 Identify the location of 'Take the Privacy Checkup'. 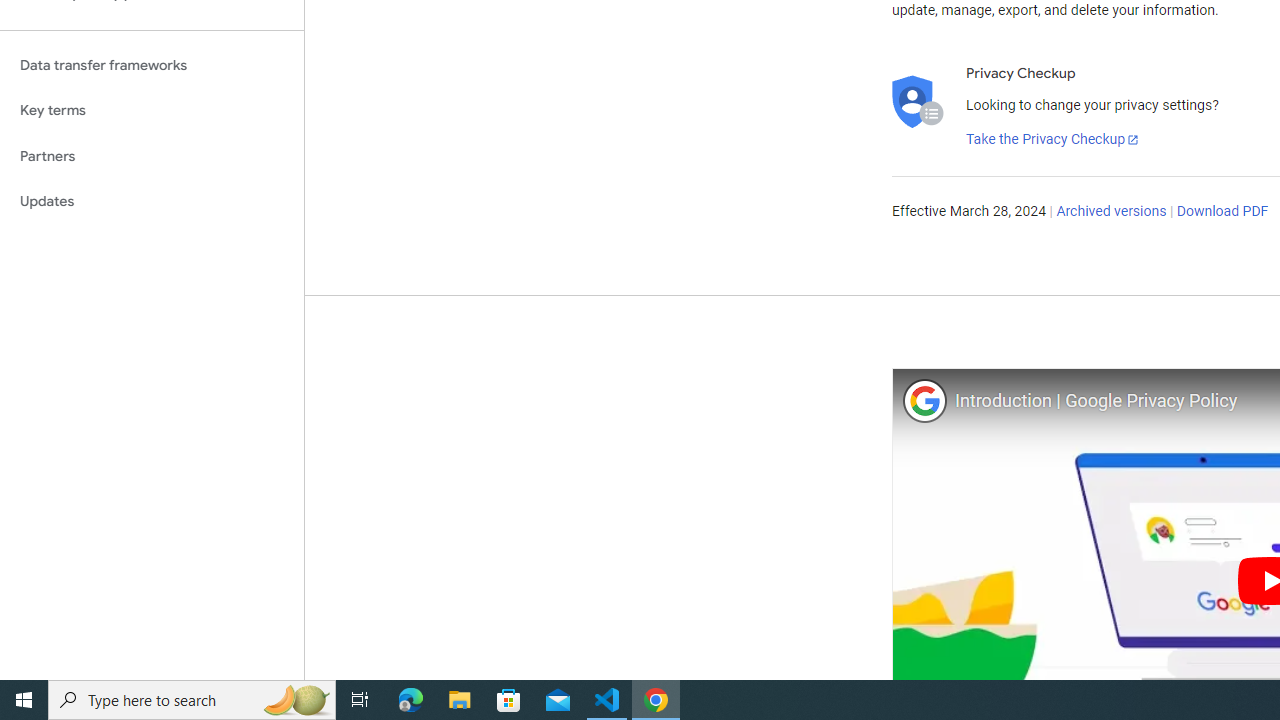
(1052, 139).